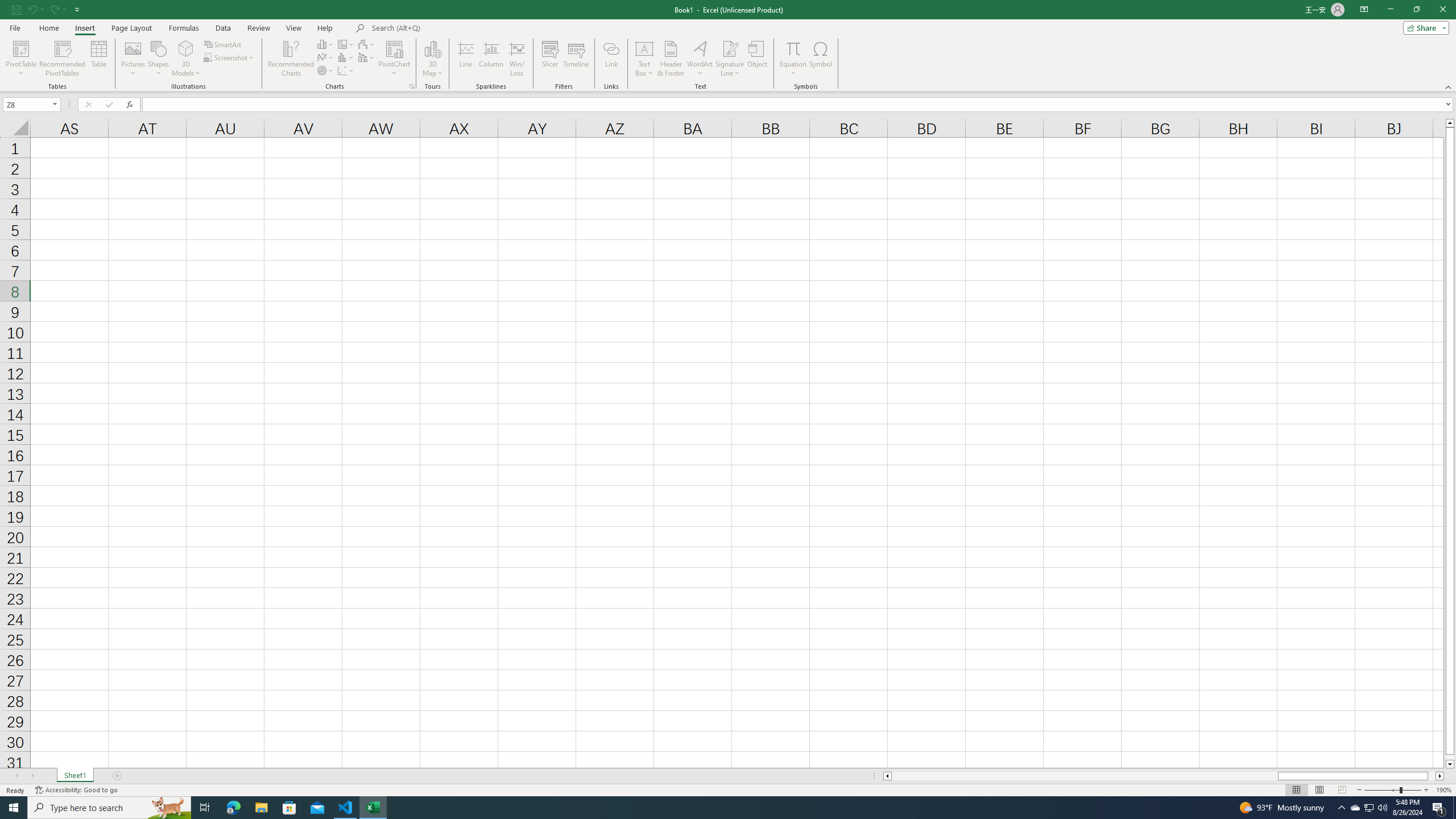 This screenshot has height=819, width=1456. What do you see at coordinates (466, 59) in the screenshot?
I see `'Line'` at bounding box center [466, 59].